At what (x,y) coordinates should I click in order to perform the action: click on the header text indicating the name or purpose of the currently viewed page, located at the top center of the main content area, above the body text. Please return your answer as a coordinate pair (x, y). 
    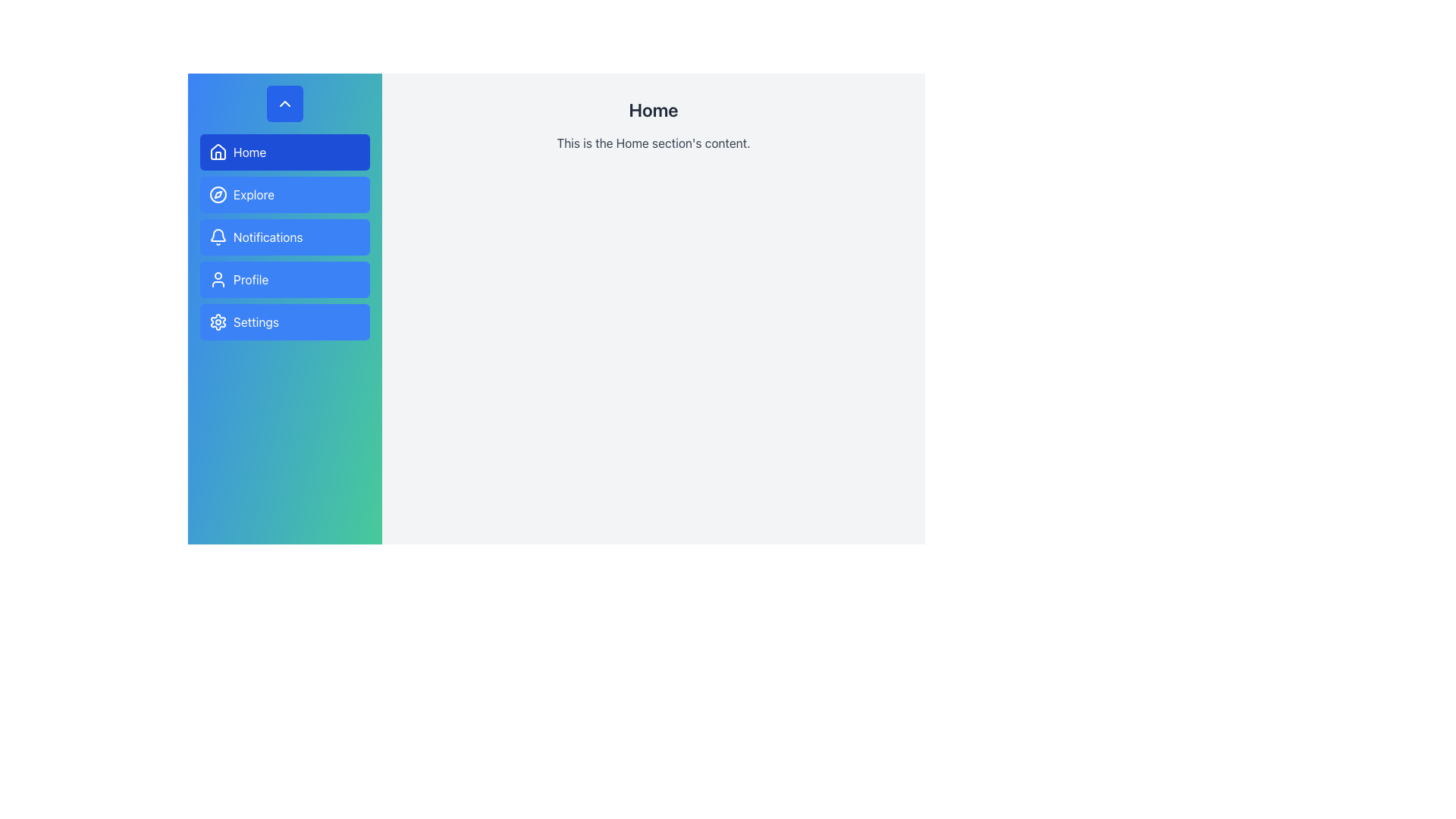
    Looking at the image, I should click on (654, 109).